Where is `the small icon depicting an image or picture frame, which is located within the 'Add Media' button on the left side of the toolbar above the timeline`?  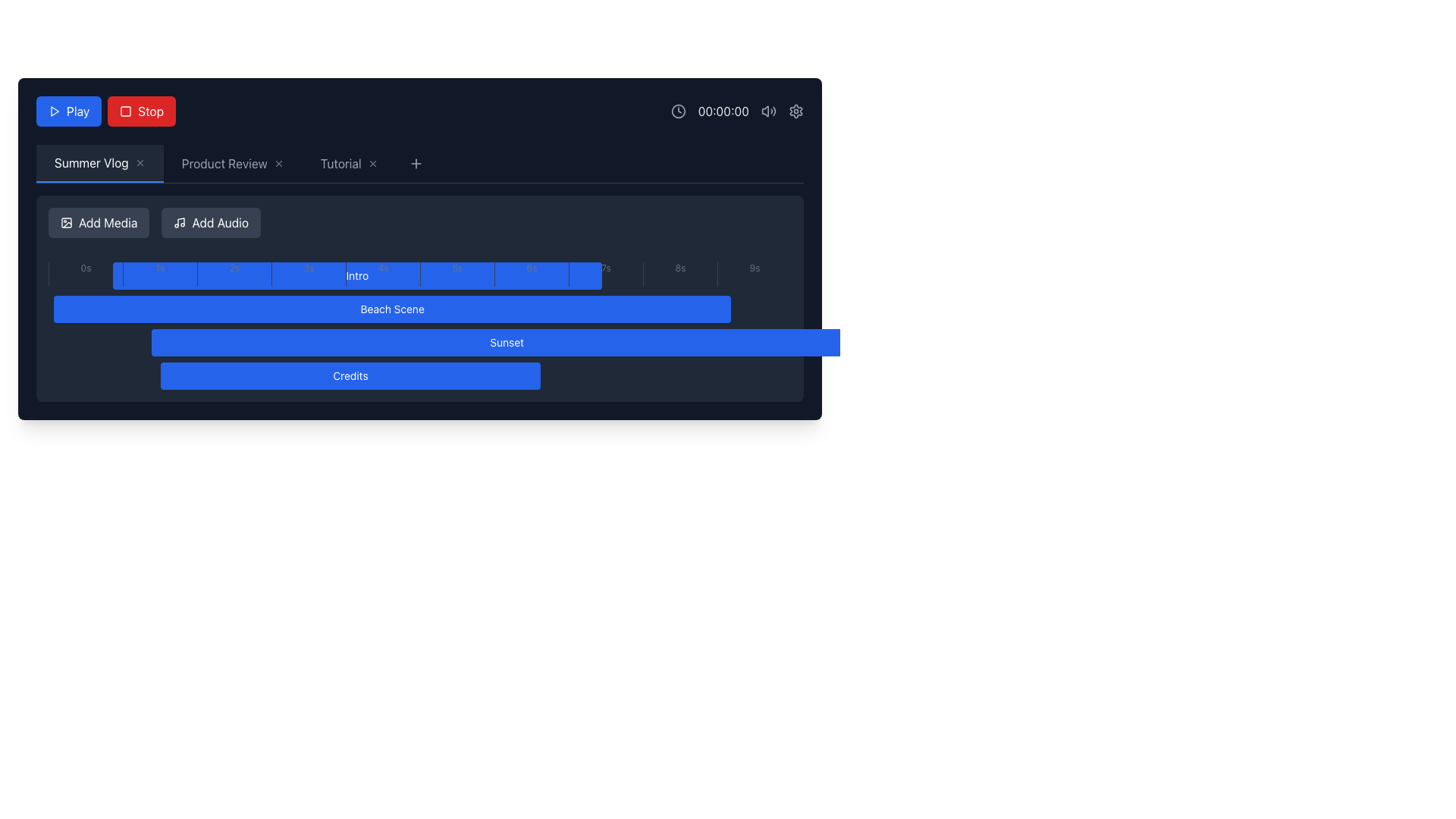
the small icon depicting an image or picture frame, which is located within the 'Add Media' button on the left side of the toolbar above the timeline is located at coordinates (65, 222).